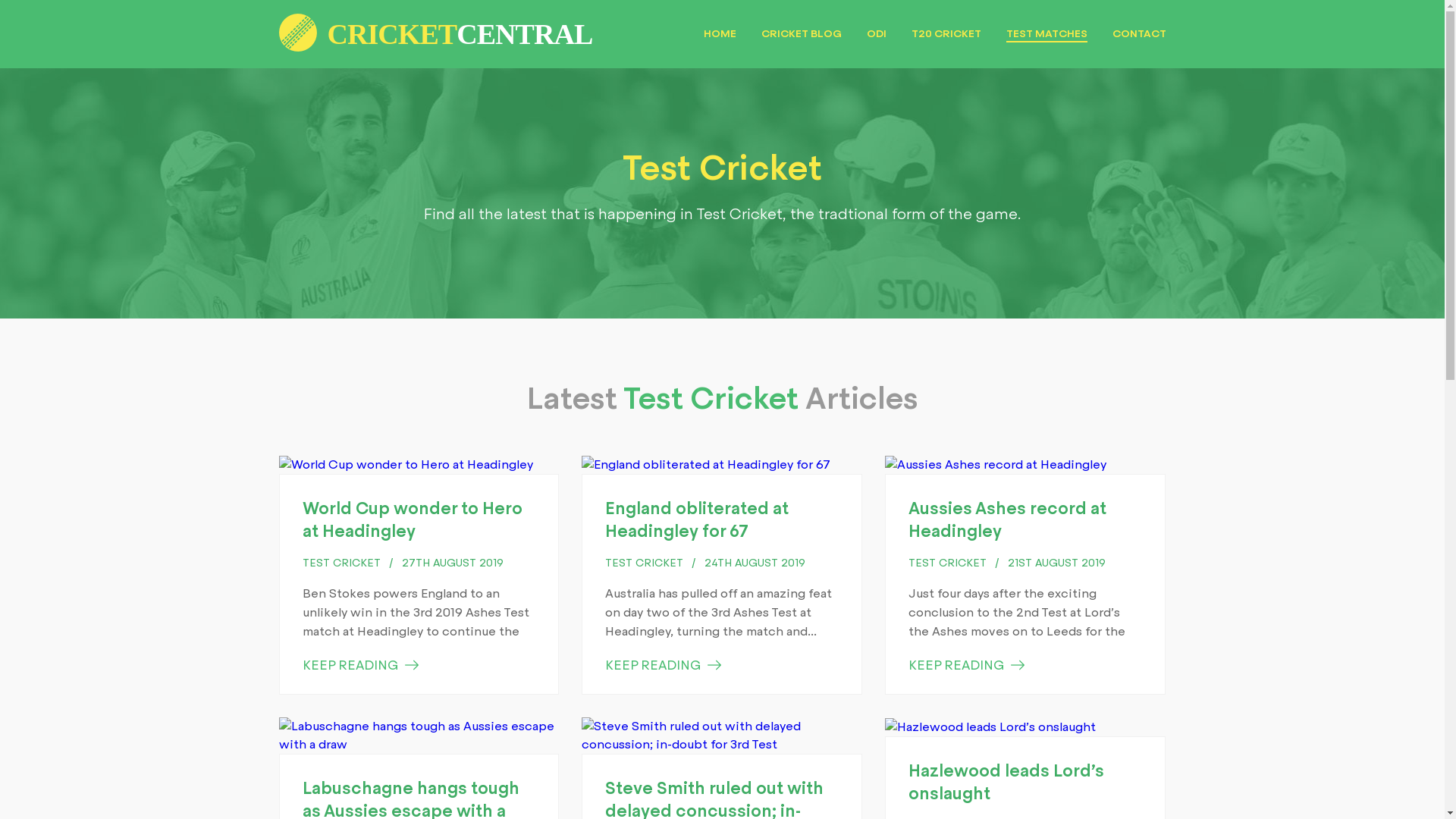  What do you see at coordinates (910, 33) in the screenshot?
I see `'T20 CRICKET'` at bounding box center [910, 33].